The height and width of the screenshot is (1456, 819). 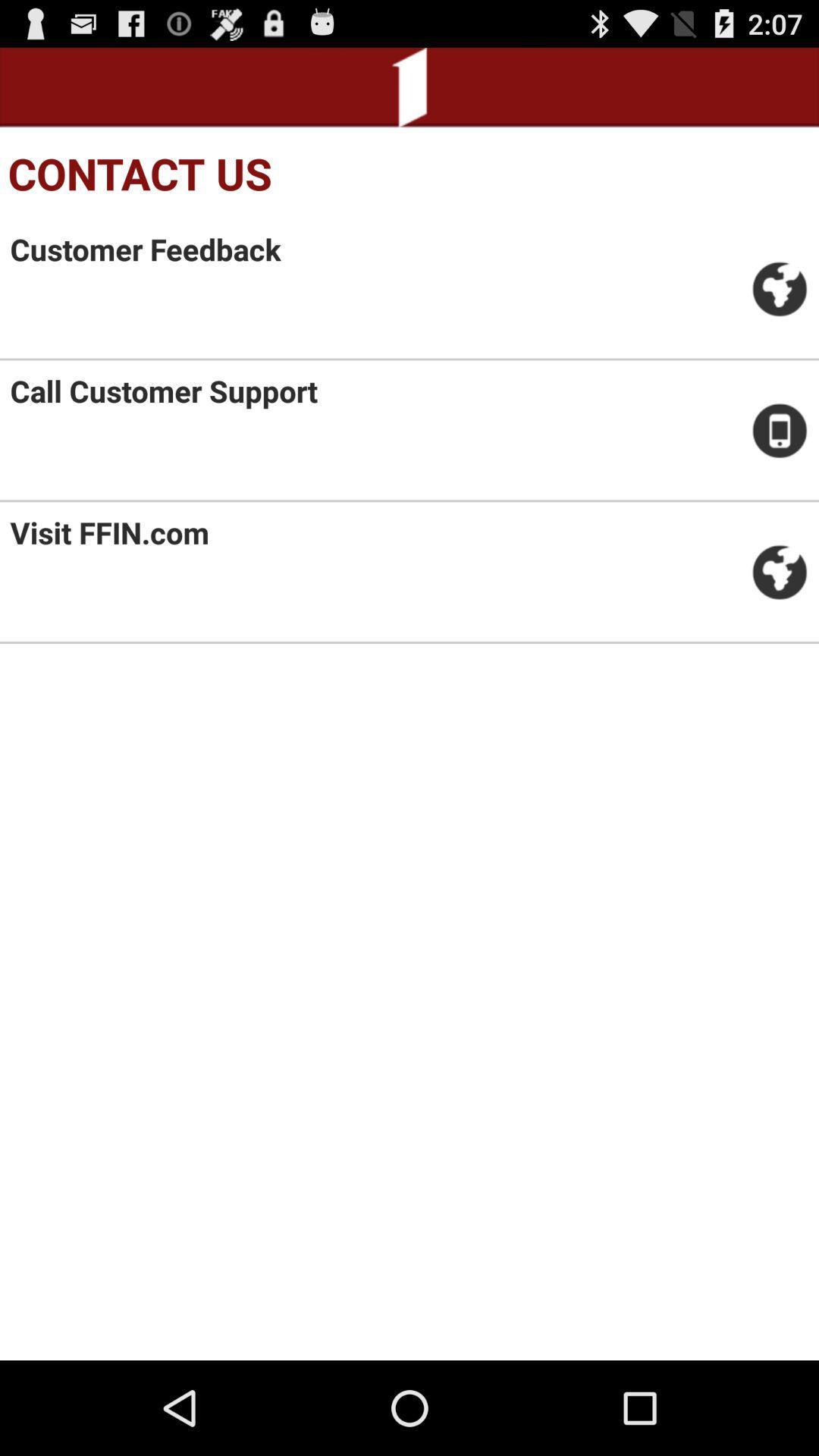 What do you see at coordinates (108, 532) in the screenshot?
I see `icon below the call customer support item` at bounding box center [108, 532].